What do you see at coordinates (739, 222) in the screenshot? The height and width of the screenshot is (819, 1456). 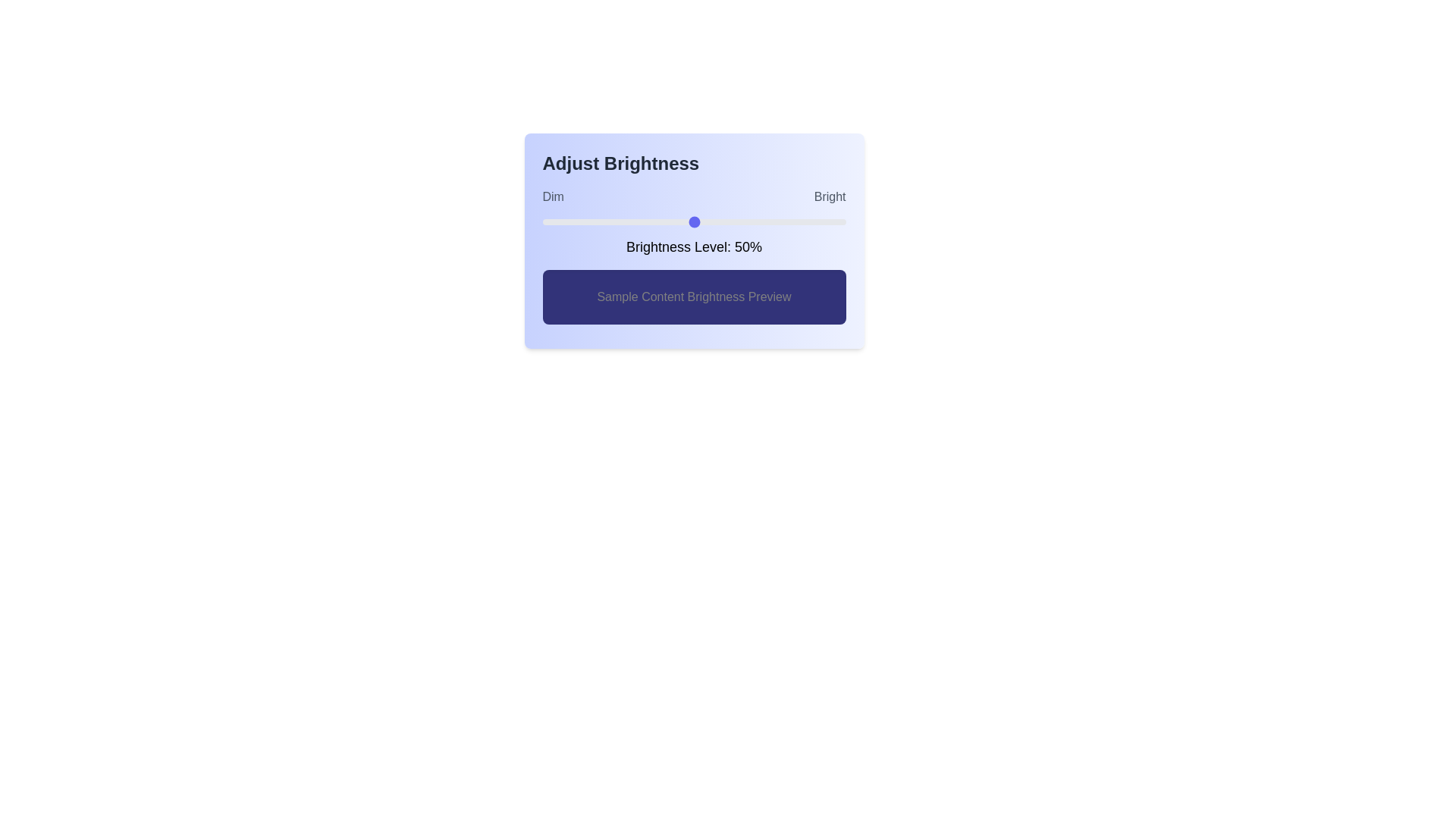 I see `the brightness level to 65% by dragging the slider` at bounding box center [739, 222].